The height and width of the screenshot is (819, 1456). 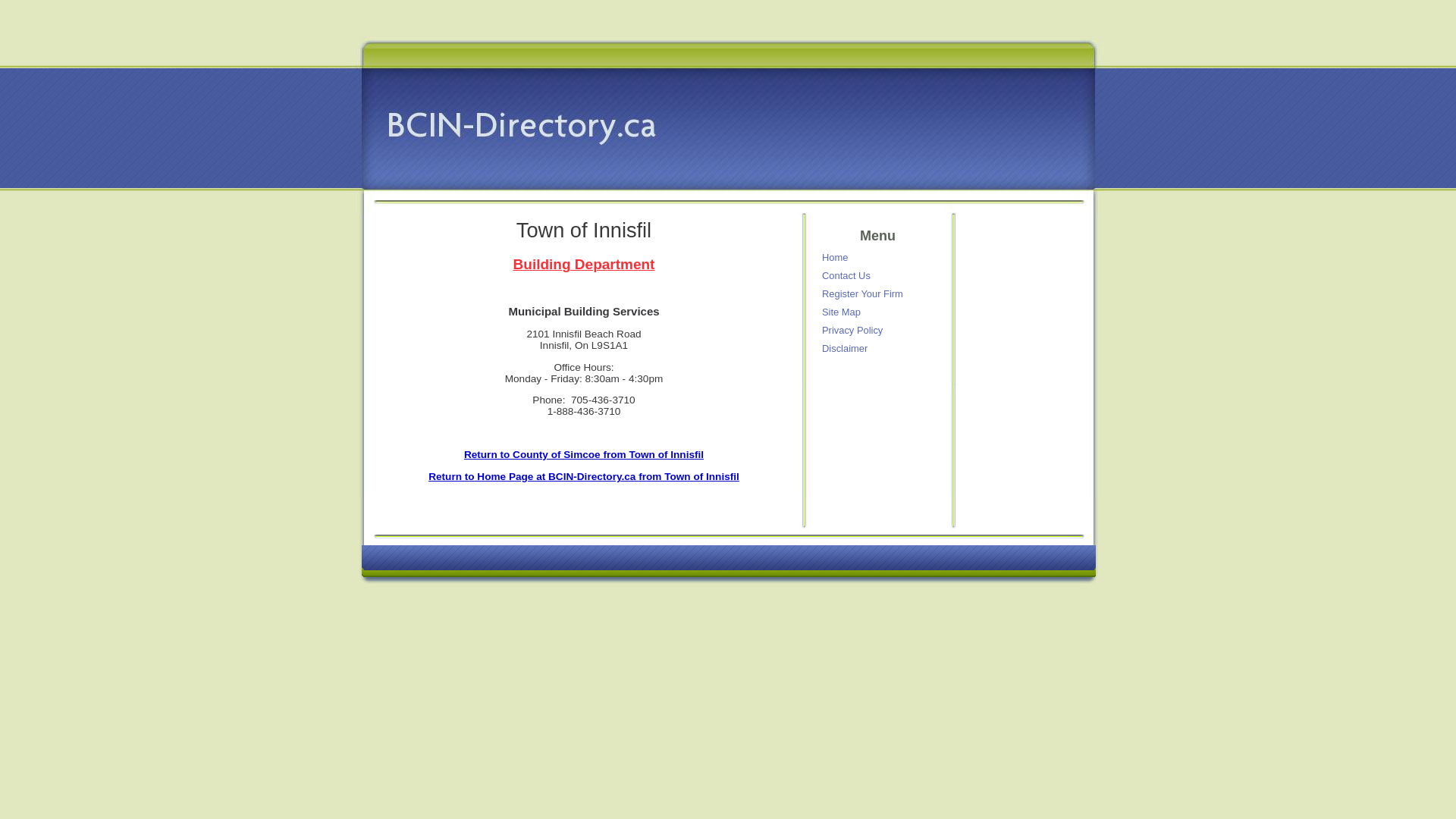 I want to click on 'Contact Us', so click(x=818, y=275).